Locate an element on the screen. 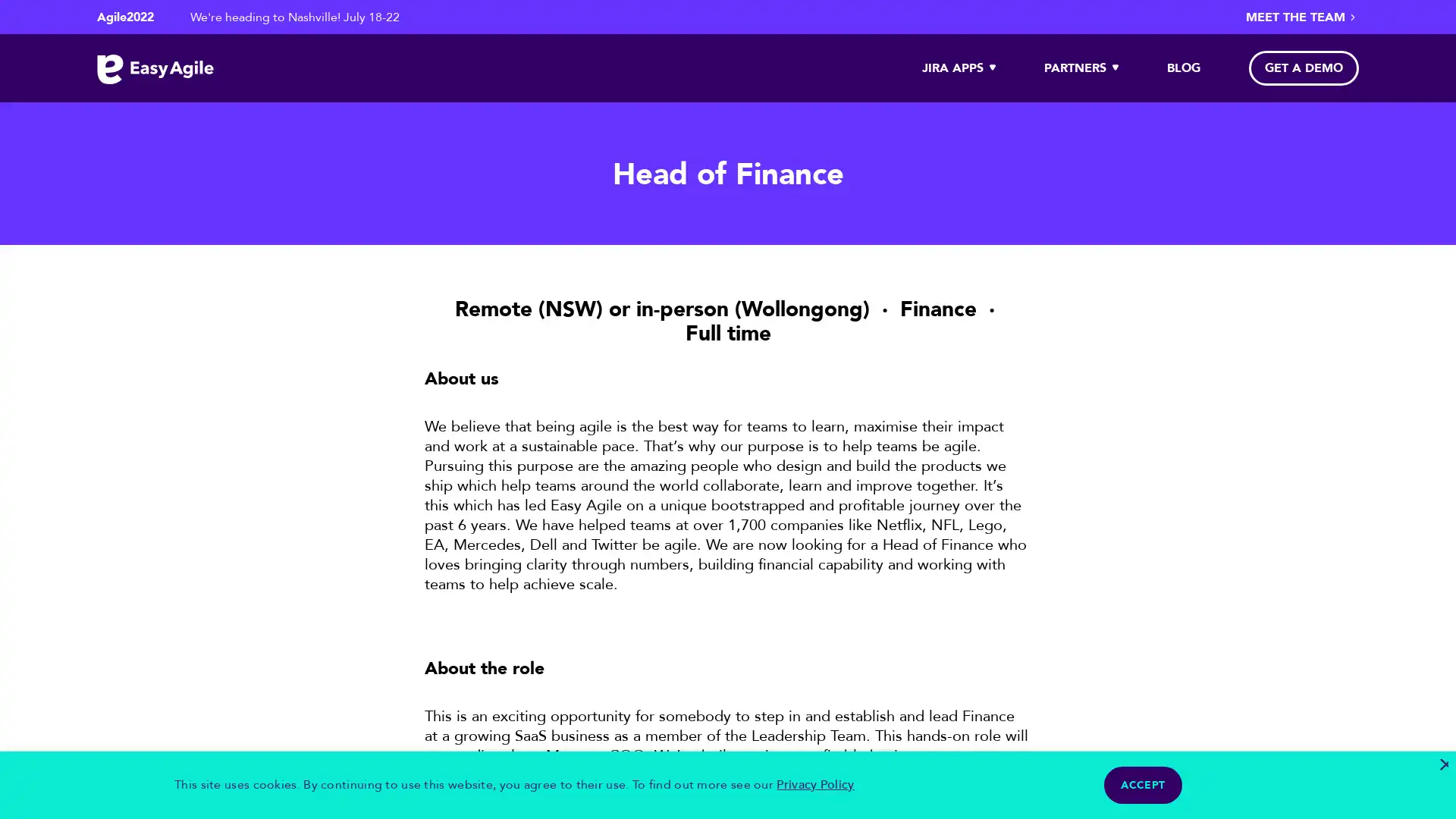 This screenshot has height=819, width=1456. ACCEPT is located at coordinates (1143, 785).